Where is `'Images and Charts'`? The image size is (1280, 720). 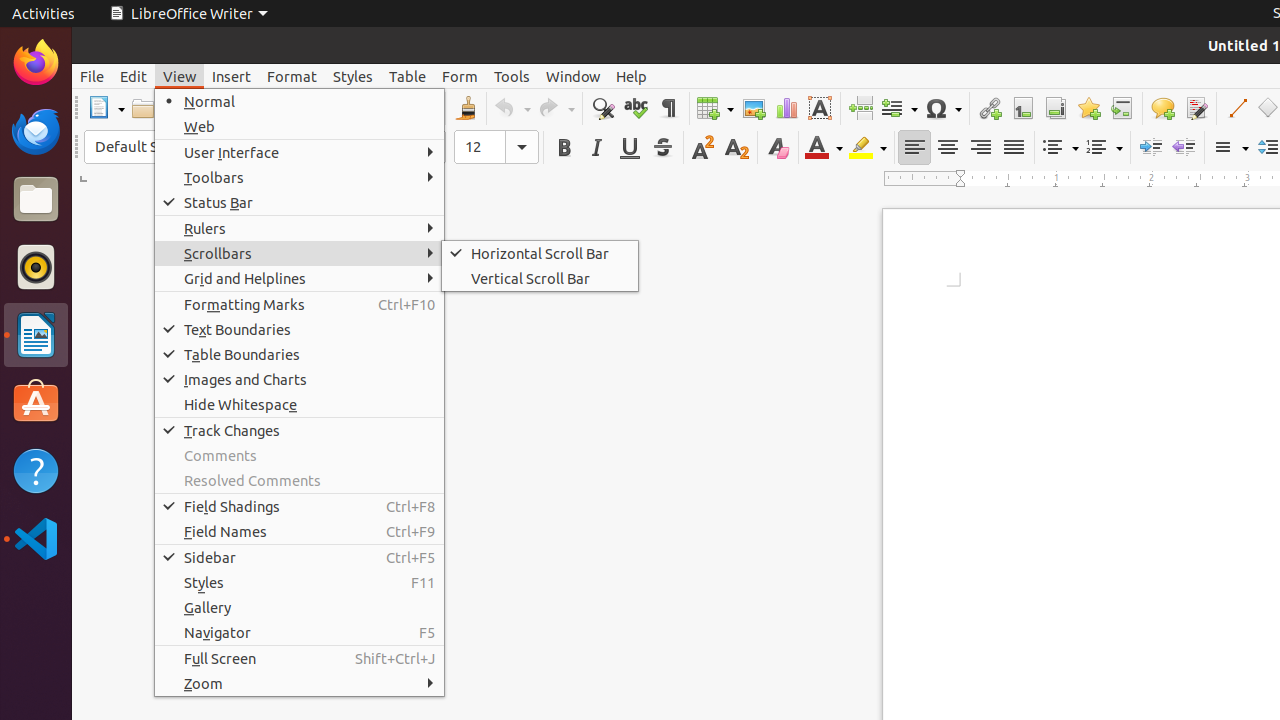 'Images and Charts' is located at coordinates (298, 379).